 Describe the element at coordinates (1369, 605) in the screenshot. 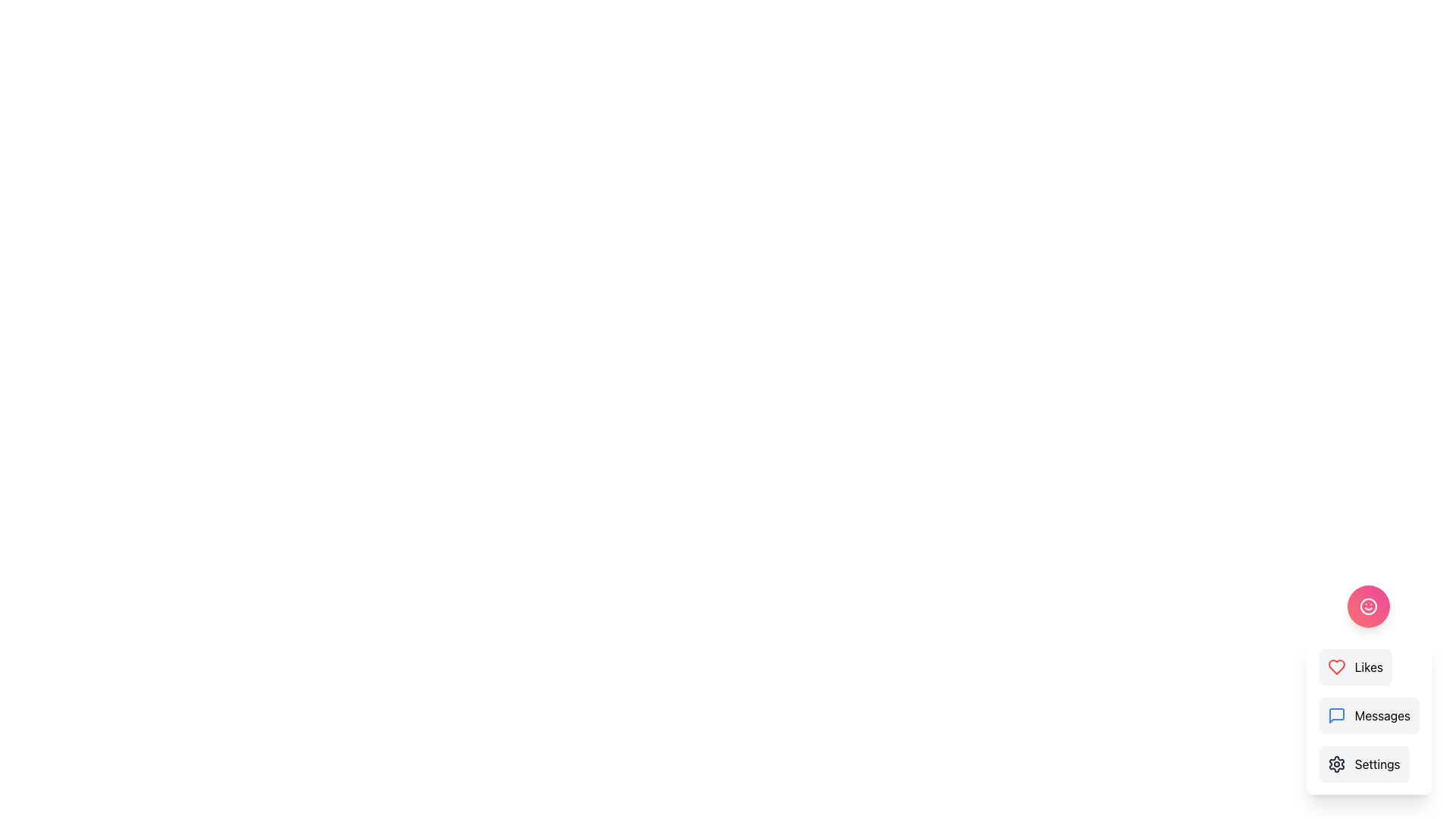

I see `the circular outline that serves as a decorative component of the smiley icon located in the bottom-right corner of the interface` at that location.